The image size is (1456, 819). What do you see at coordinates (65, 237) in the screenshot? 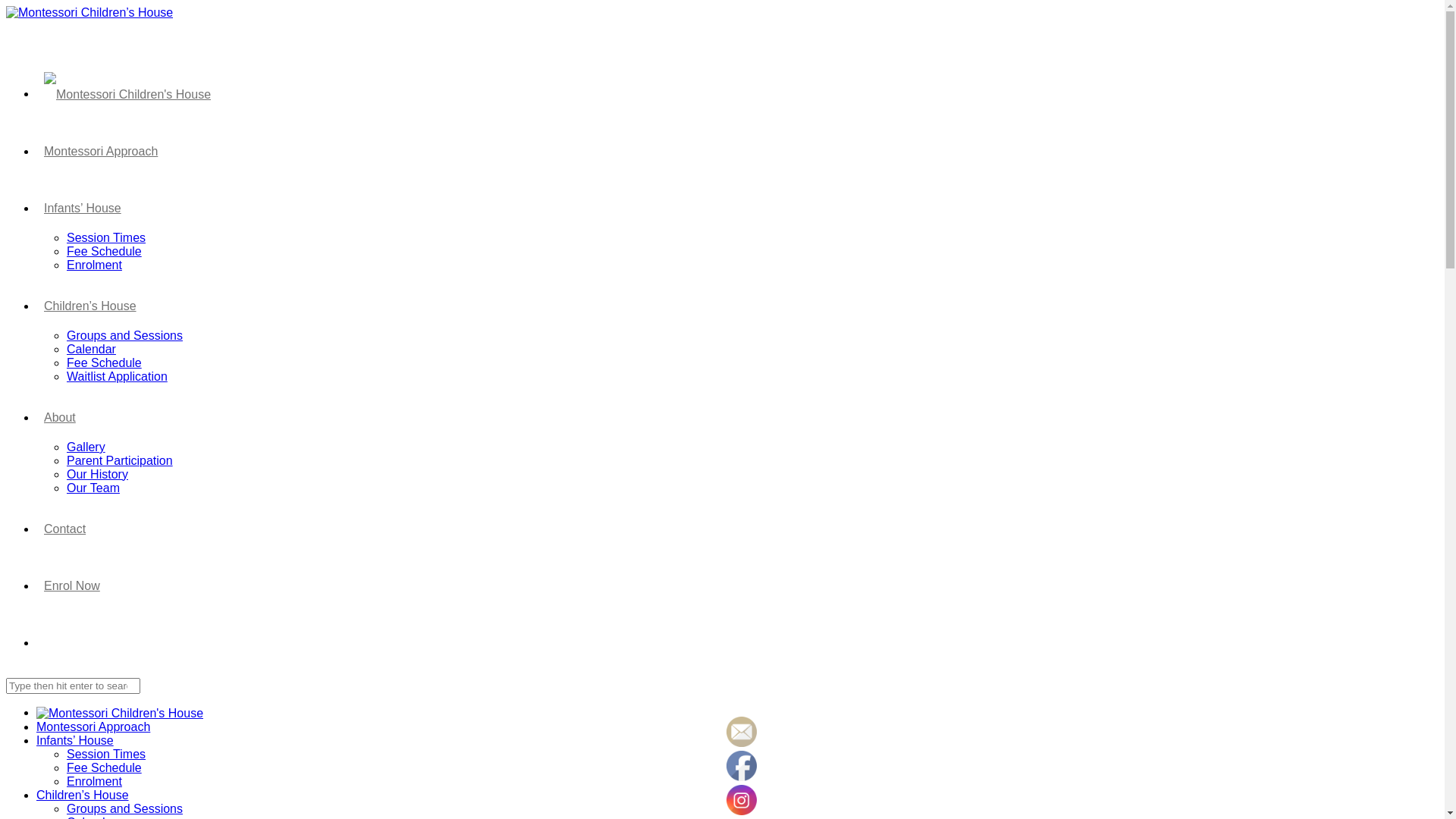
I see `'Session Times'` at bounding box center [65, 237].